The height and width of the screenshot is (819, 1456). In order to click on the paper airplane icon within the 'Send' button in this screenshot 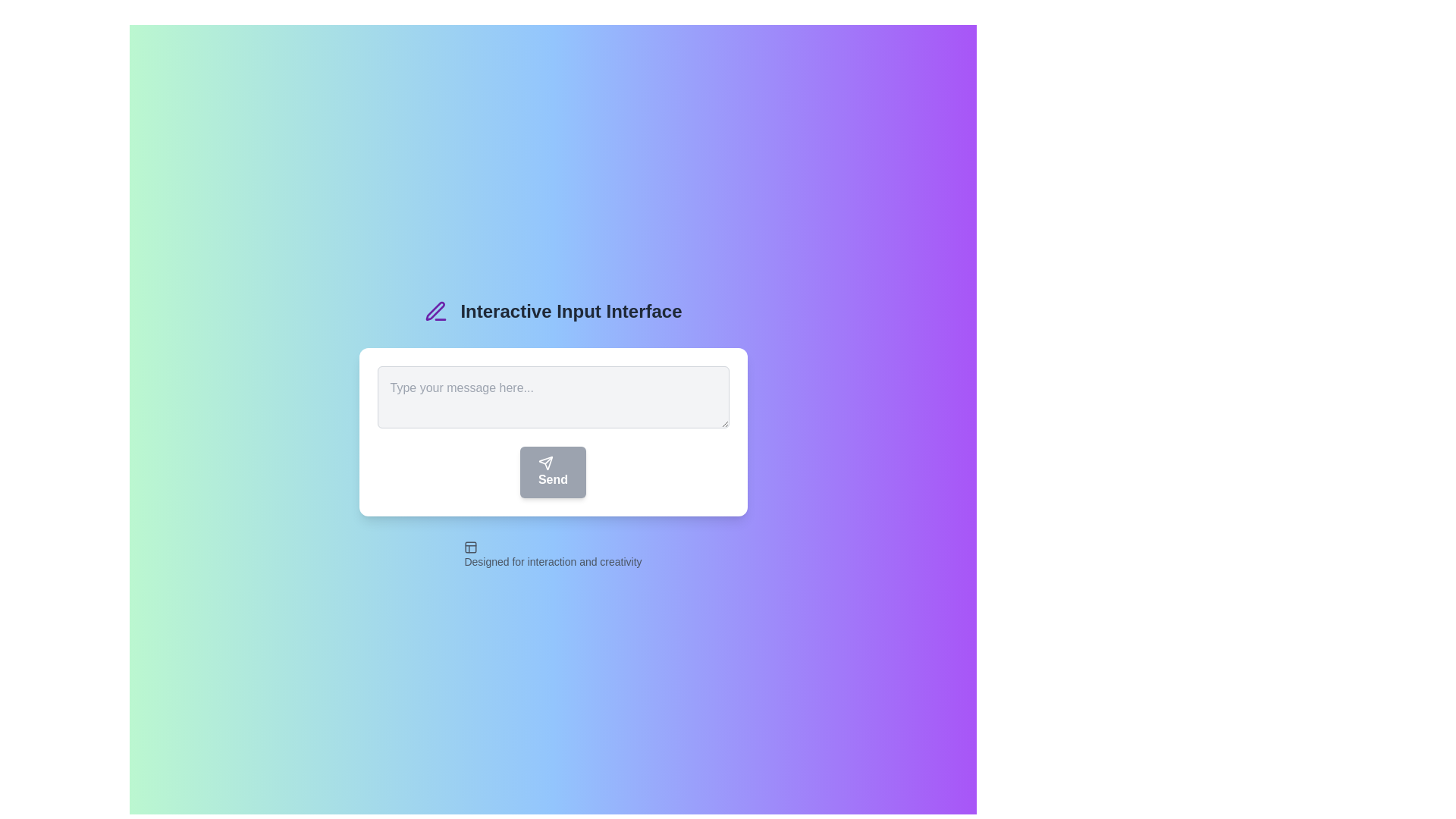, I will do `click(546, 462)`.